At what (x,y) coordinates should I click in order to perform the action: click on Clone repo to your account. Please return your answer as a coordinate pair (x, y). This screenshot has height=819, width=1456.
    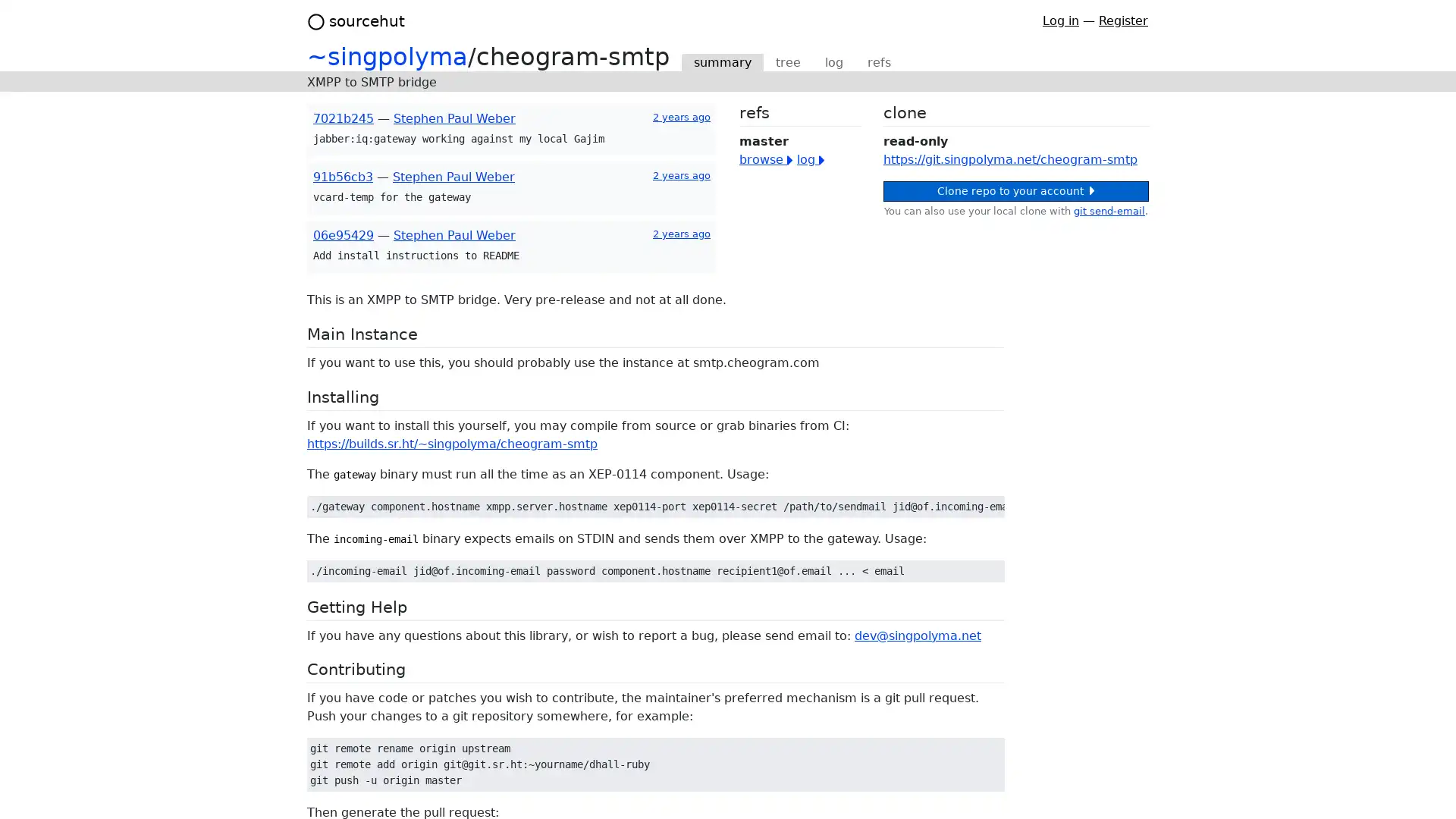
    Looking at the image, I should click on (1015, 190).